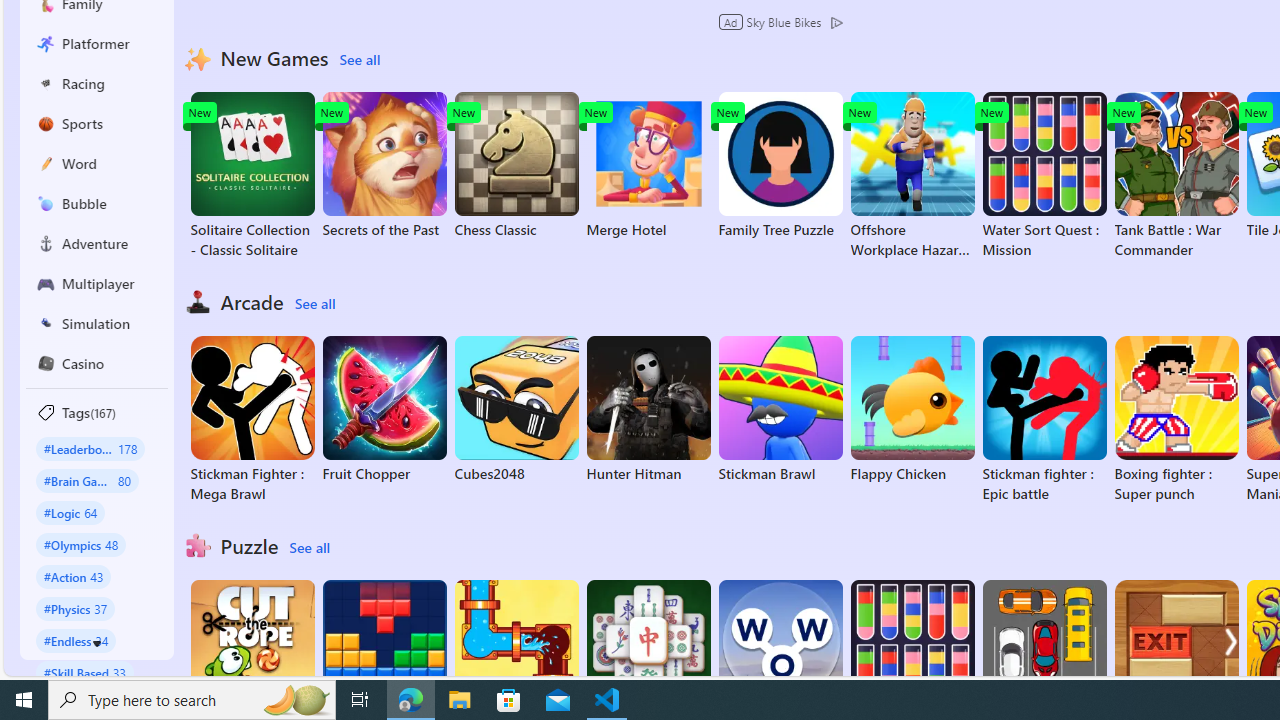 Image resolution: width=1280 pixels, height=720 pixels. What do you see at coordinates (251, 175) in the screenshot?
I see `'Solitaire Collection - Classic Solitaire'` at bounding box center [251, 175].